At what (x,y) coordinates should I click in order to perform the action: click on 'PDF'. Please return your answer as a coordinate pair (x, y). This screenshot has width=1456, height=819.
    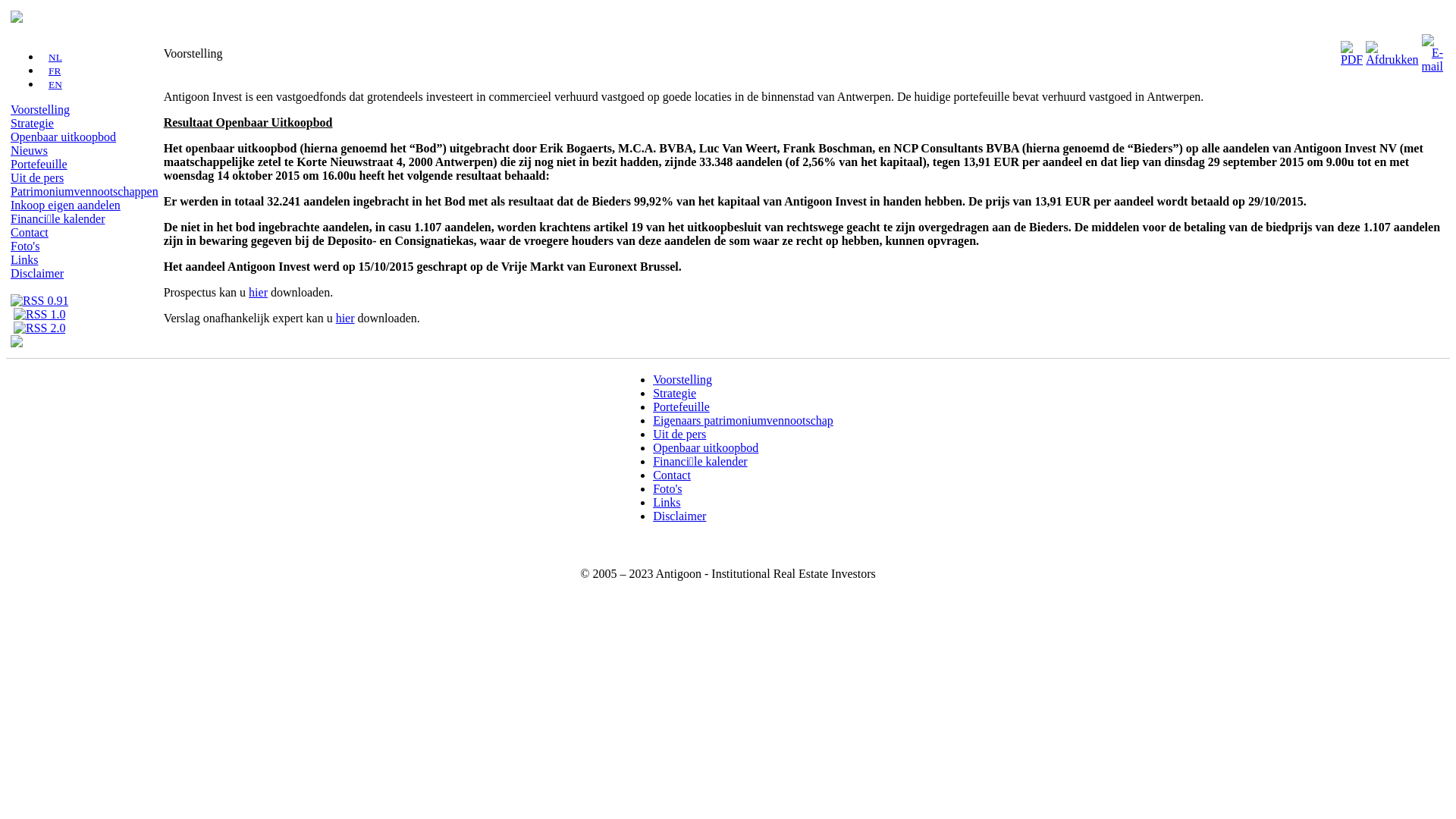
    Looking at the image, I should click on (1351, 49).